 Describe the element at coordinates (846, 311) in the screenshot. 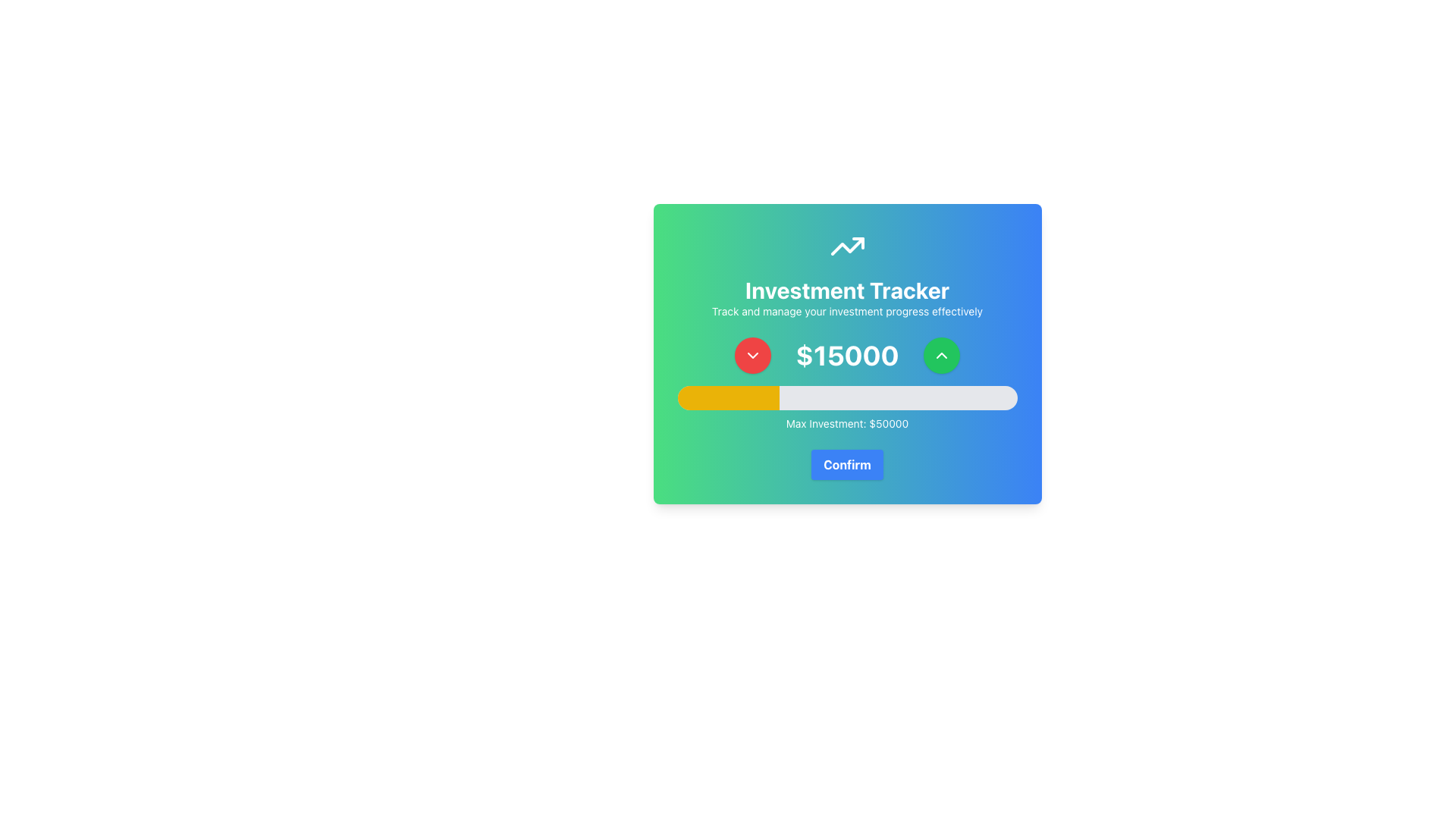

I see `supporting text label located directly underneath the 'Investment Tracker' title, which explains its functionality or purpose` at that location.